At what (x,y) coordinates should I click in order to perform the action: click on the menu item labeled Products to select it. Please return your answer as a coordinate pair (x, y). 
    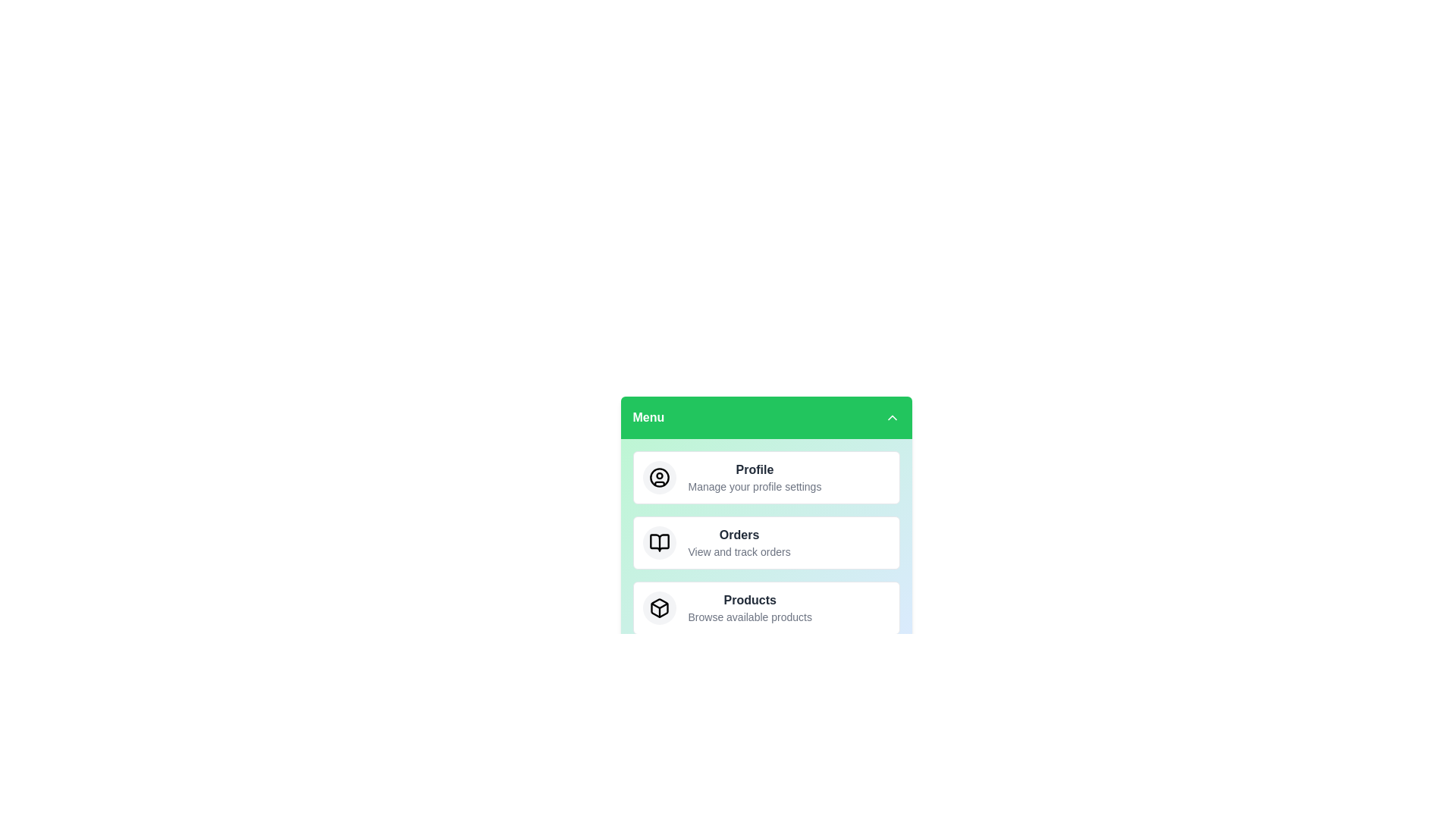
    Looking at the image, I should click on (766, 607).